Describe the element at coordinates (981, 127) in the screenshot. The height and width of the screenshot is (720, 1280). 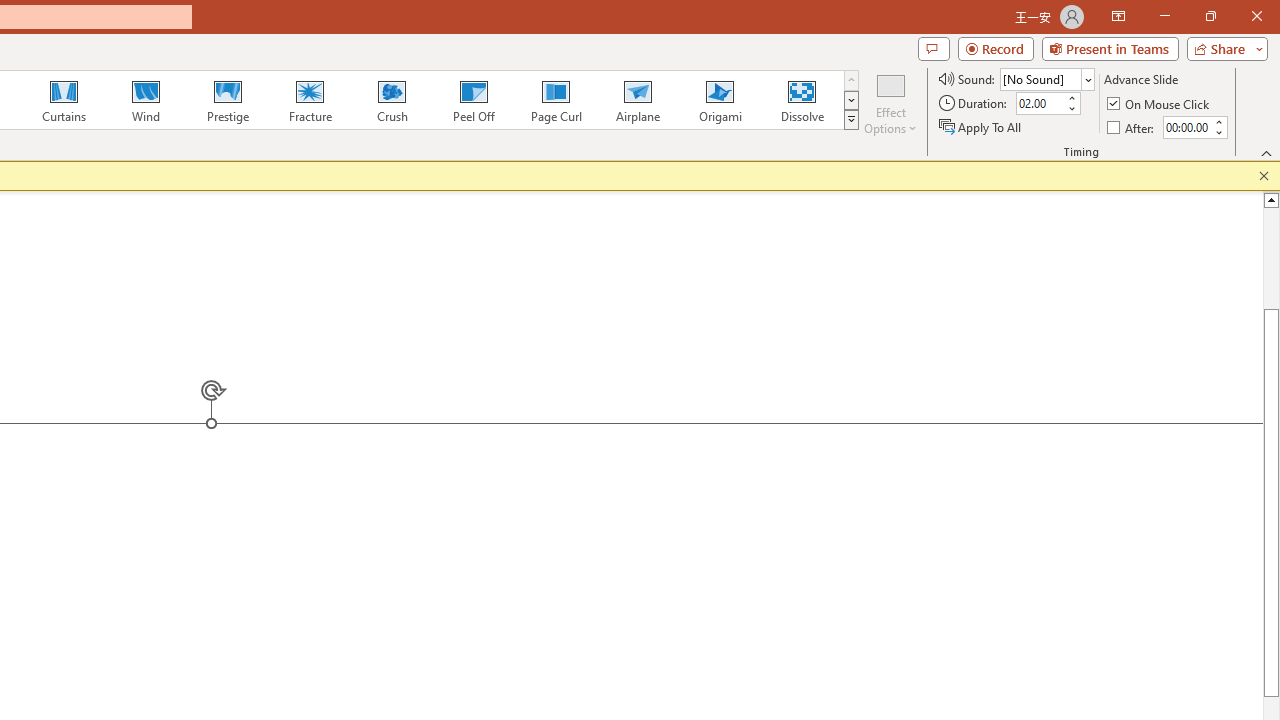
I see `'Apply To All'` at that location.